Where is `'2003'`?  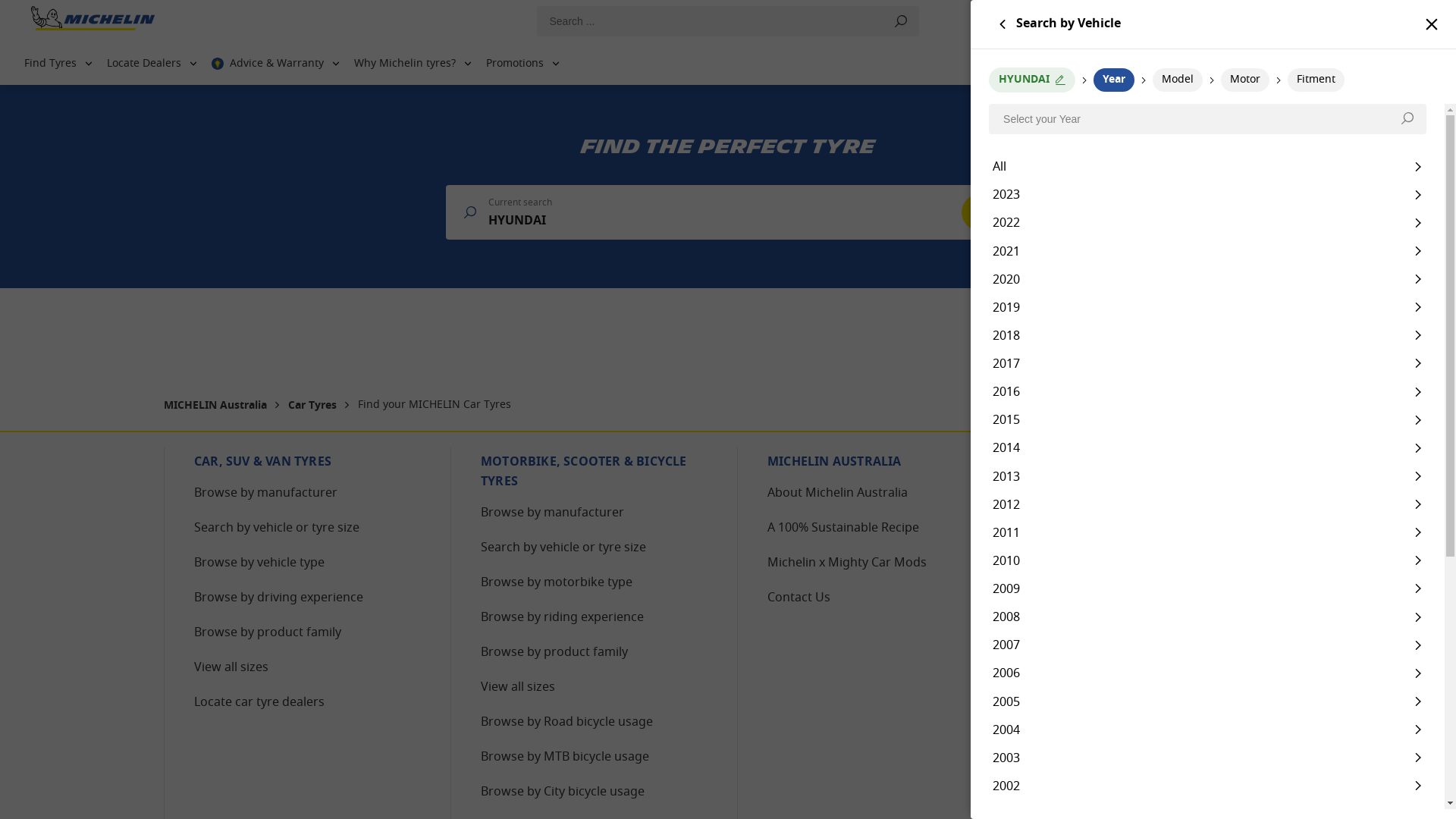 '2003' is located at coordinates (1207, 758).